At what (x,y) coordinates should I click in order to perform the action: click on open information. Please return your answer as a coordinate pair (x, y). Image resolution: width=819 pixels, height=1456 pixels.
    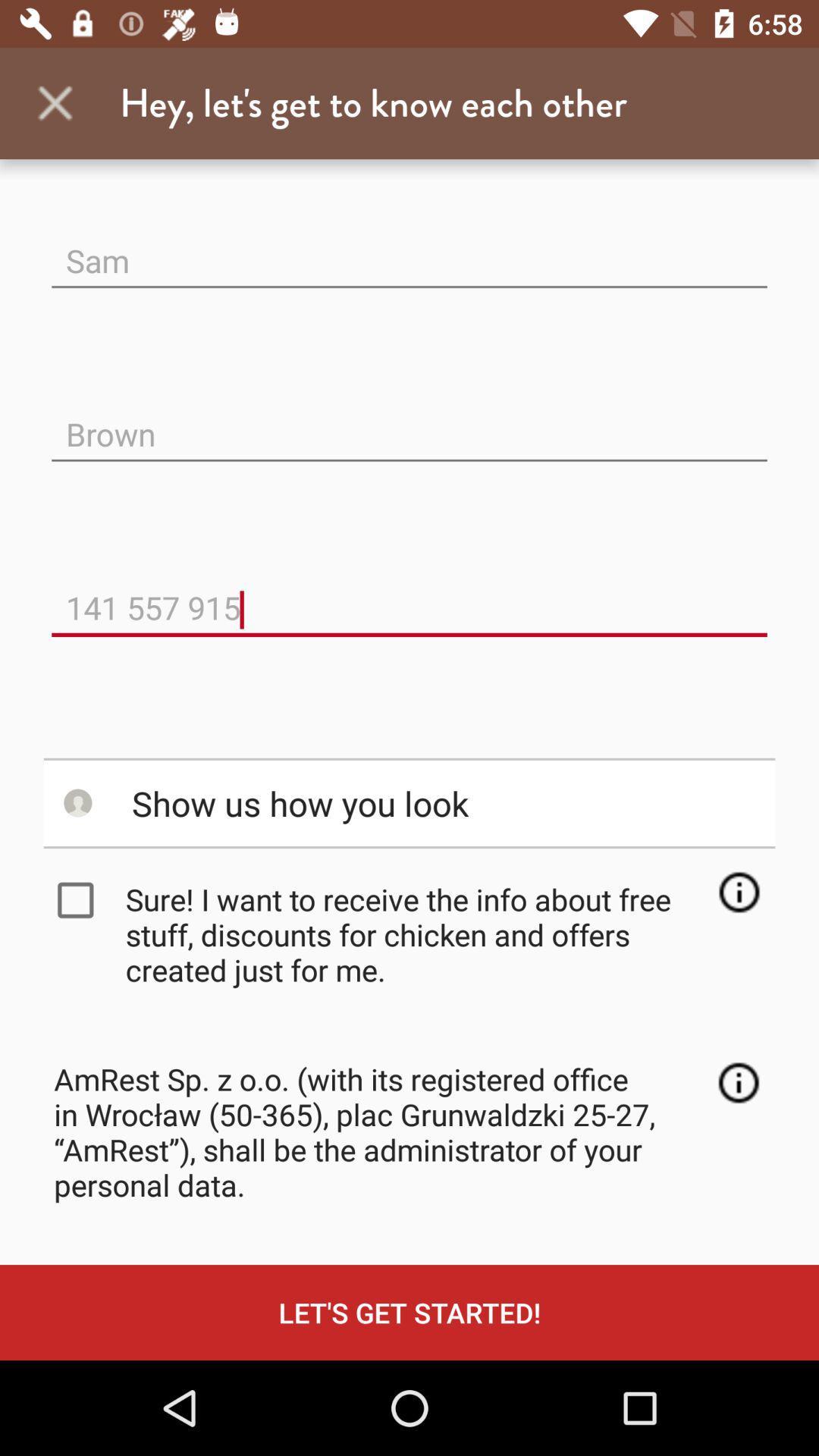
    Looking at the image, I should click on (738, 892).